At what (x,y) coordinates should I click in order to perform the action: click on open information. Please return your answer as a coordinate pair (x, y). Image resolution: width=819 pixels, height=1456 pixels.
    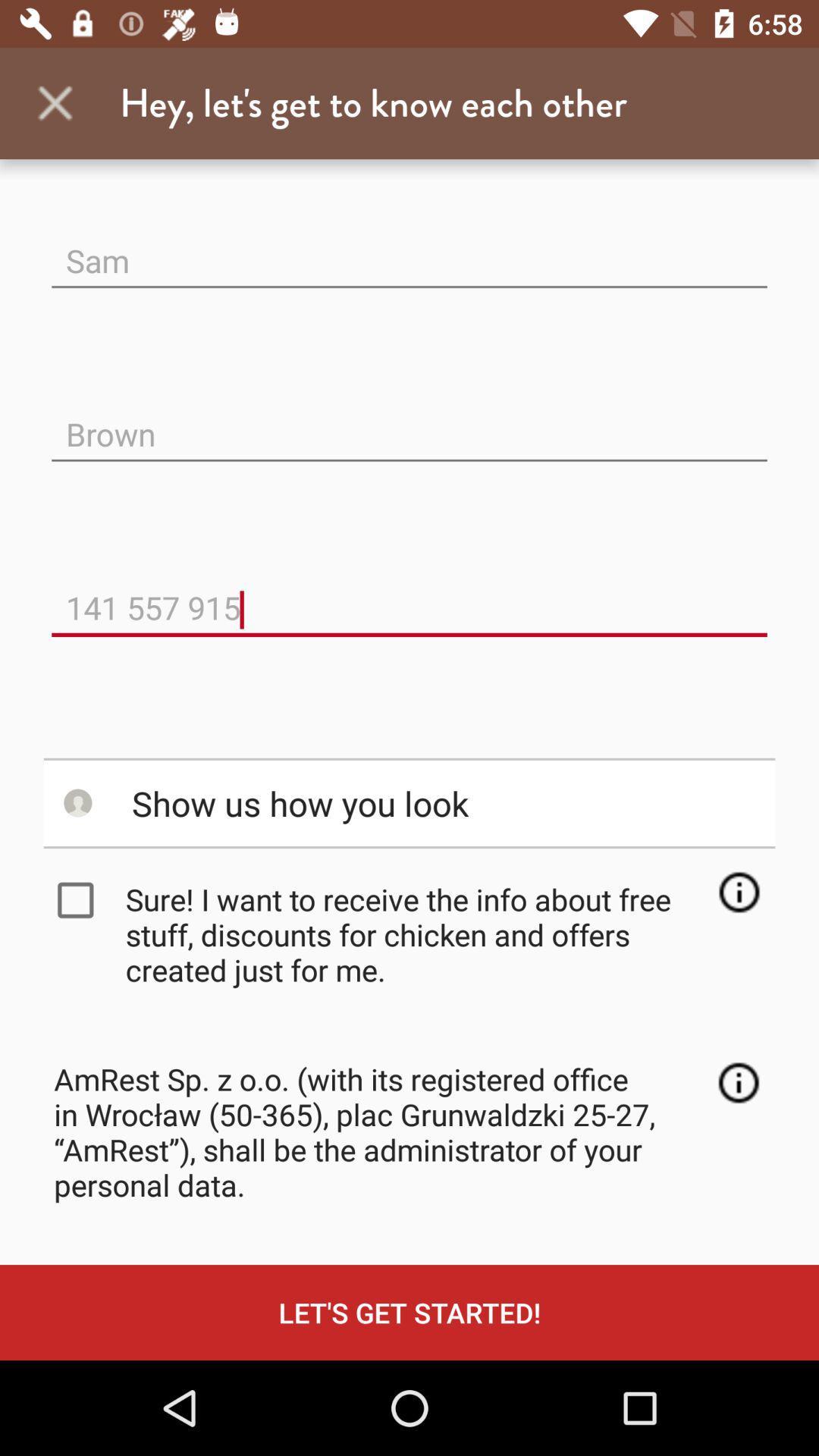
    Looking at the image, I should click on (738, 892).